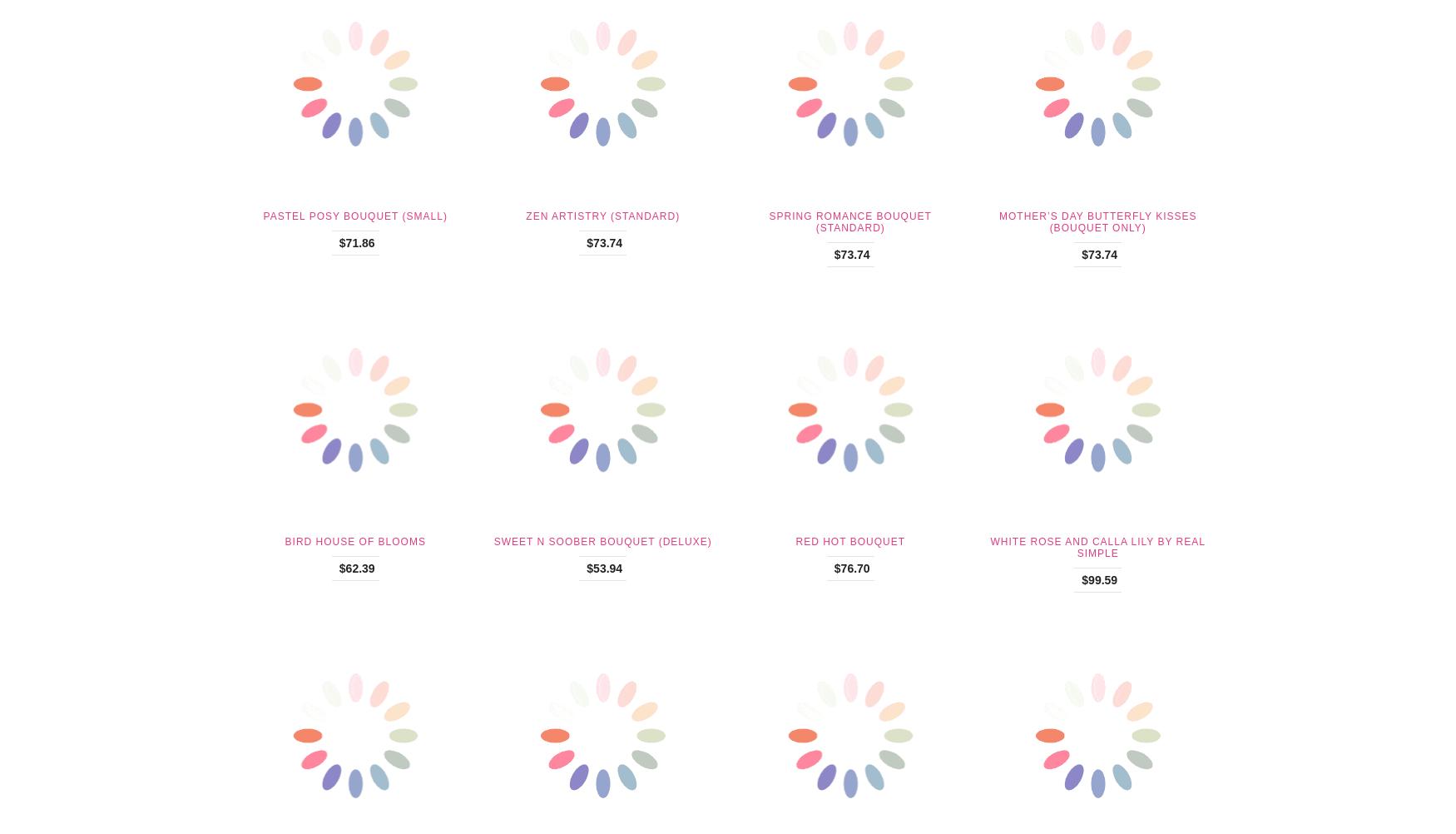 The height and width of the screenshot is (834, 1456). Describe the element at coordinates (355, 568) in the screenshot. I see `'$62.39'` at that location.